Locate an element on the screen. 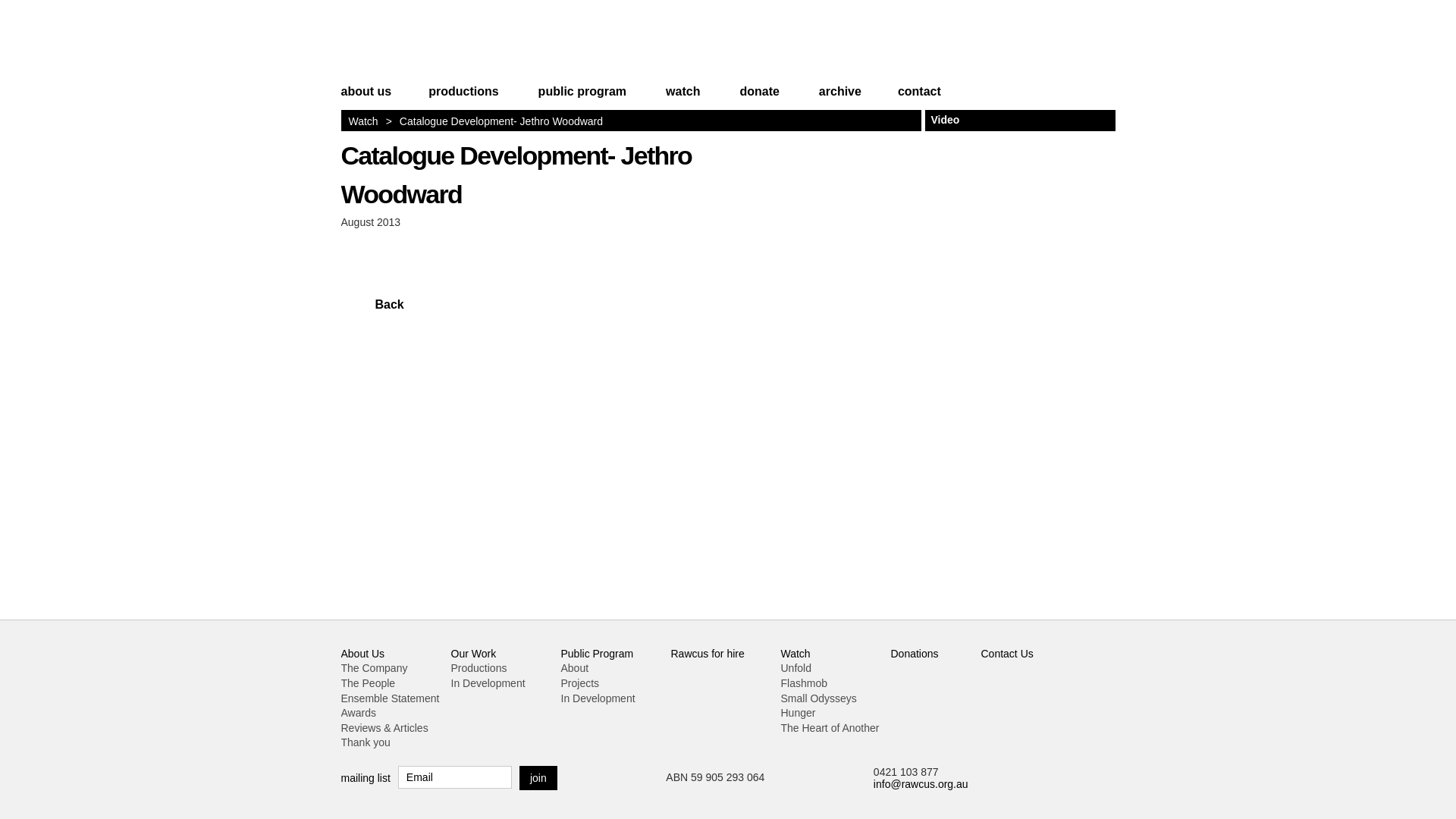 The height and width of the screenshot is (819, 1456). 'Flashmob' is located at coordinates (803, 683).